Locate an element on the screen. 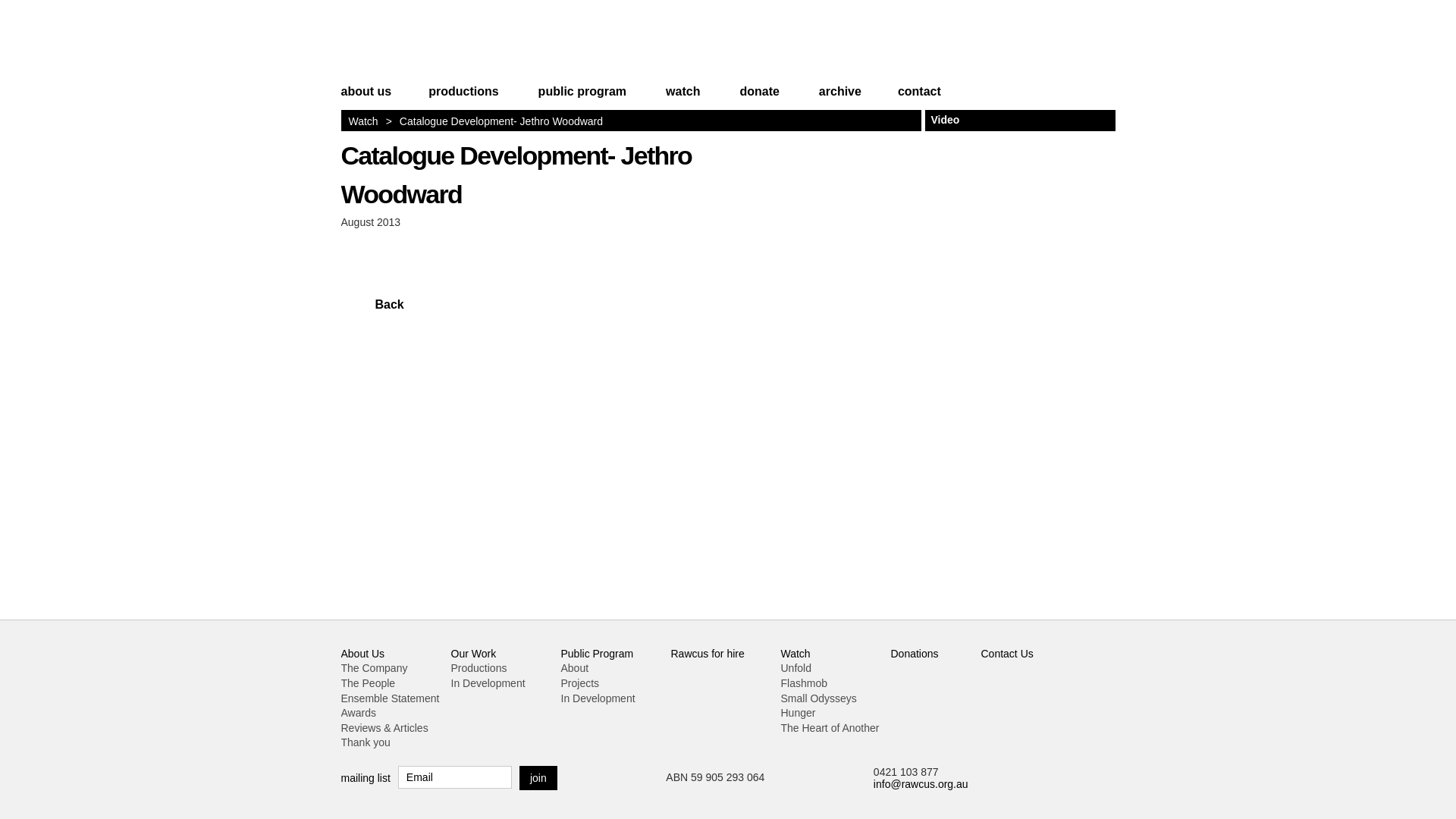 The height and width of the screenshot is (819, 1456). 'Flashmob' is located at coordinates (803, 683).